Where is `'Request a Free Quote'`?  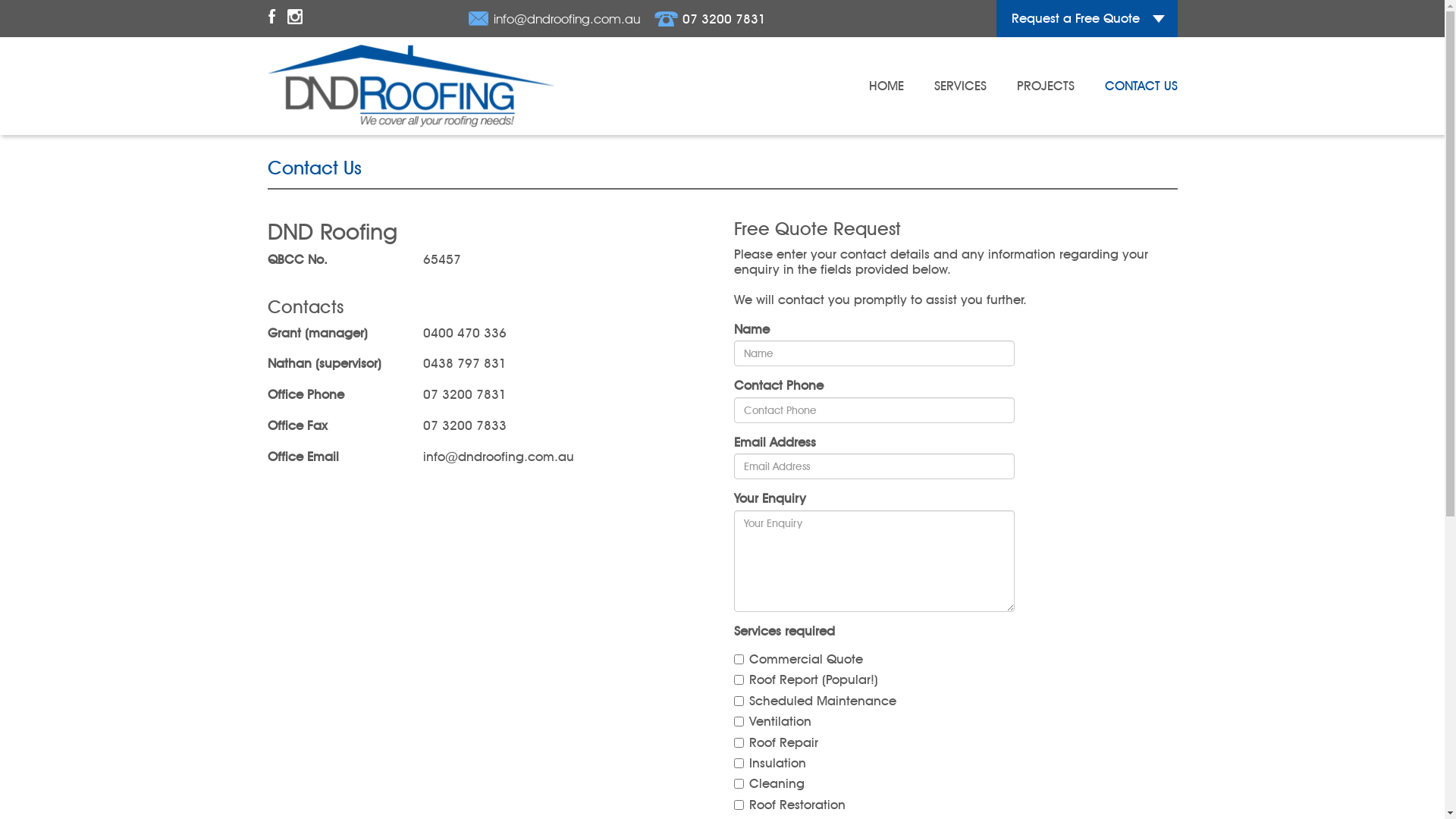
'Request a Free Quote' is located at coordinates (1086, 18).